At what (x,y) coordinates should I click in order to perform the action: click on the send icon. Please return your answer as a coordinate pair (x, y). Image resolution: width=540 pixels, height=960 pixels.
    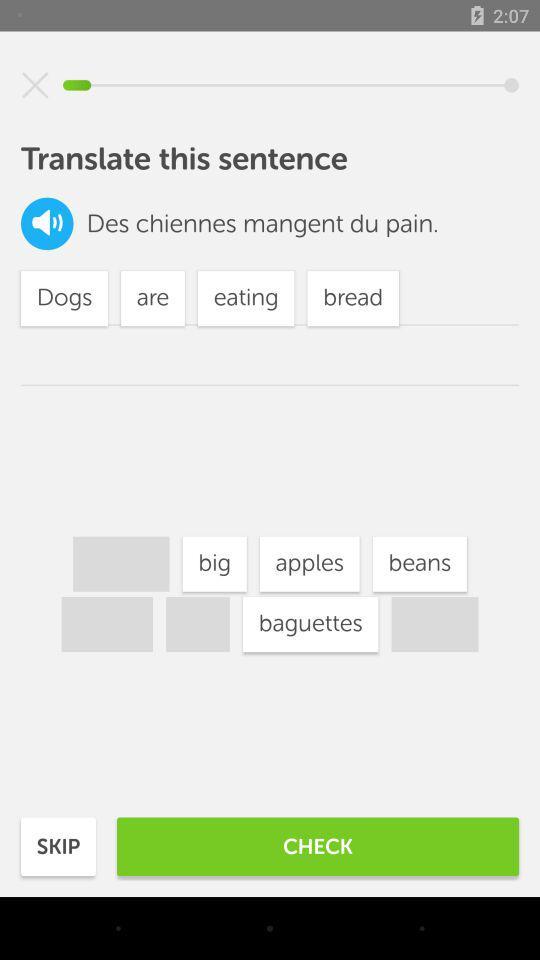
    Looking at the image, I should click on (35, 85).